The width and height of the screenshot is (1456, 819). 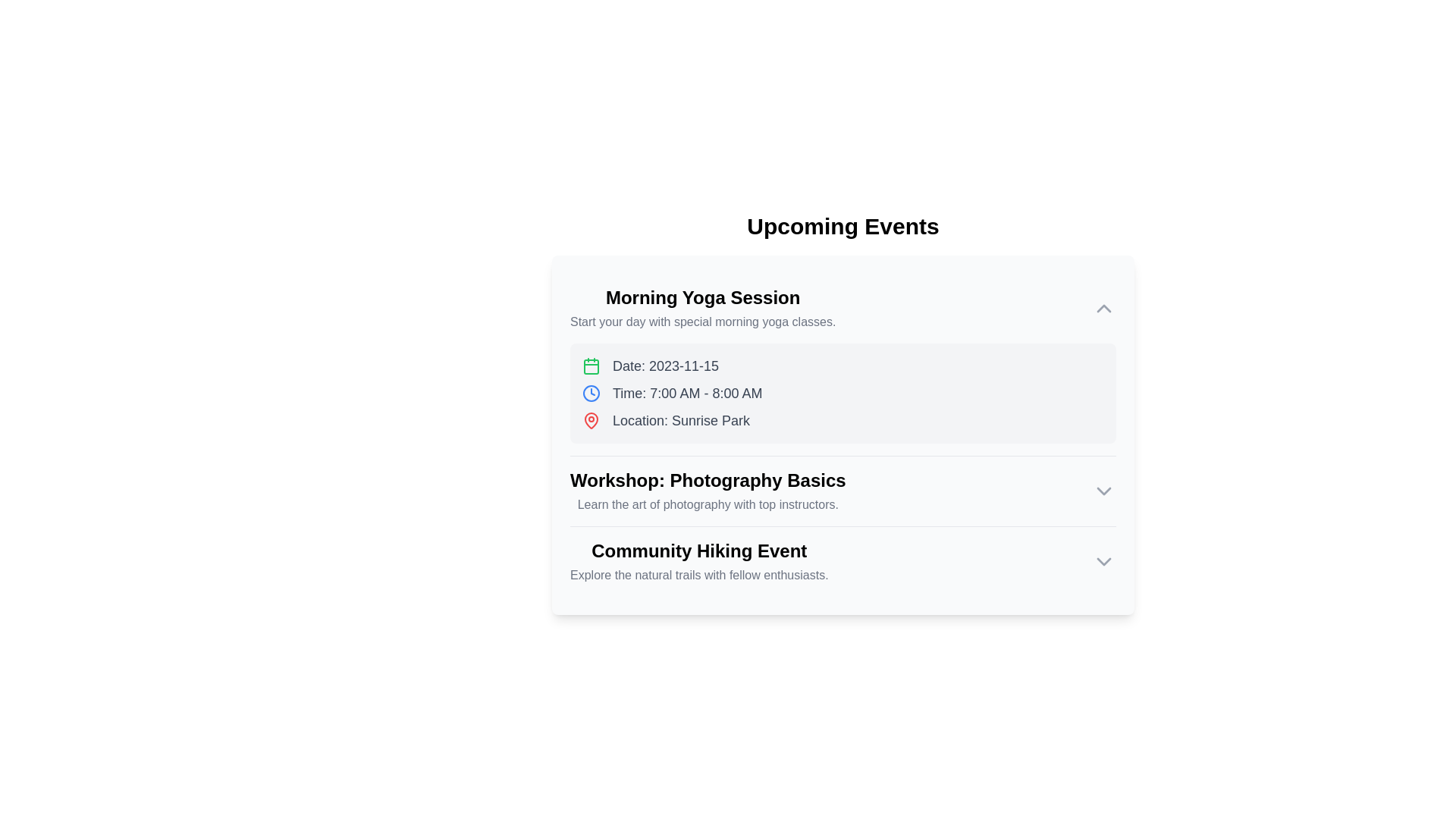 What do you see at coordinates (843, 491) in the screenshot?
I see `the event display unit titled 'Photography Basics'` at bounding box center [843, 491].